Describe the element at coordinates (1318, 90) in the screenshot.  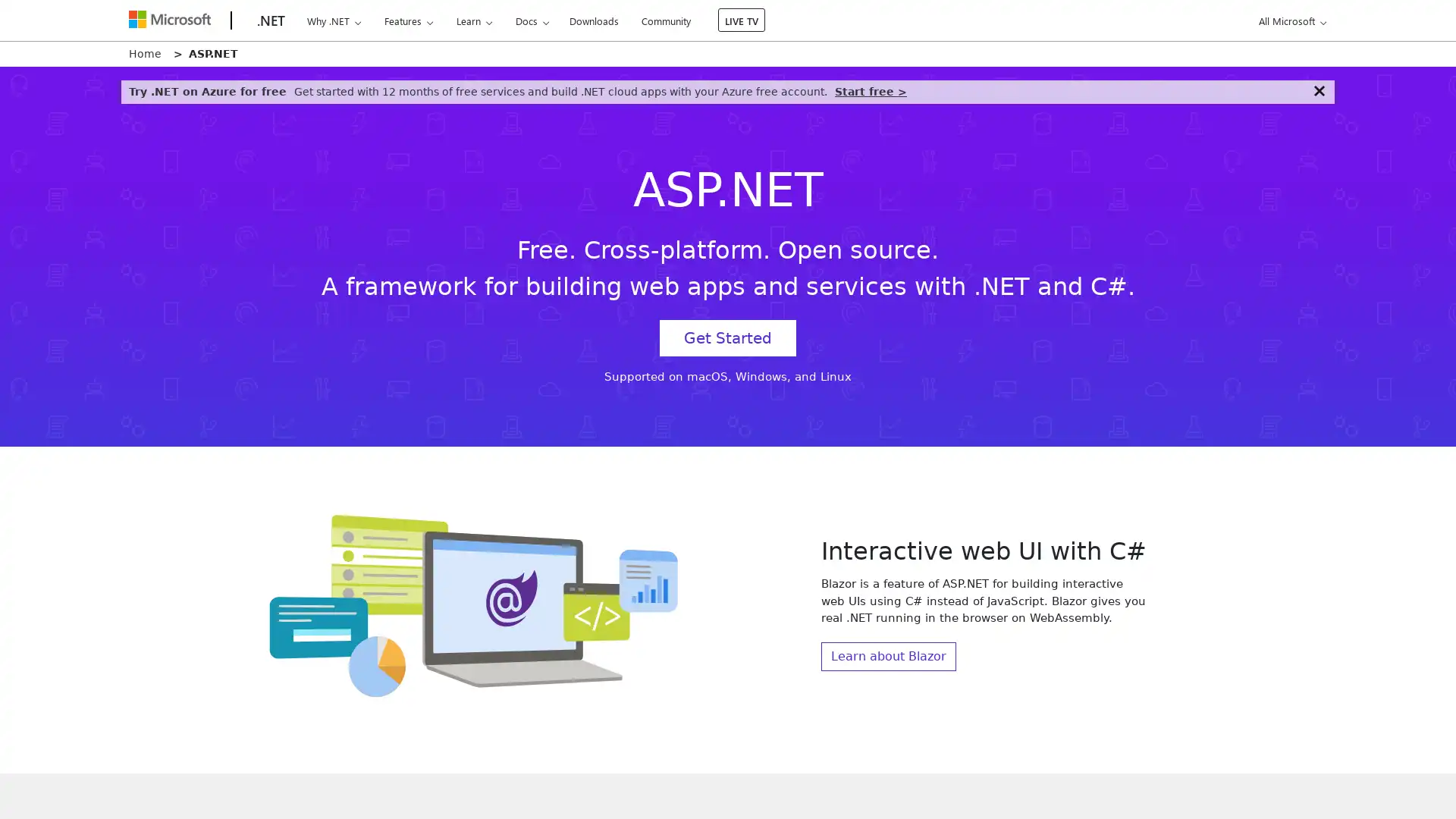
I see `close` at that location.